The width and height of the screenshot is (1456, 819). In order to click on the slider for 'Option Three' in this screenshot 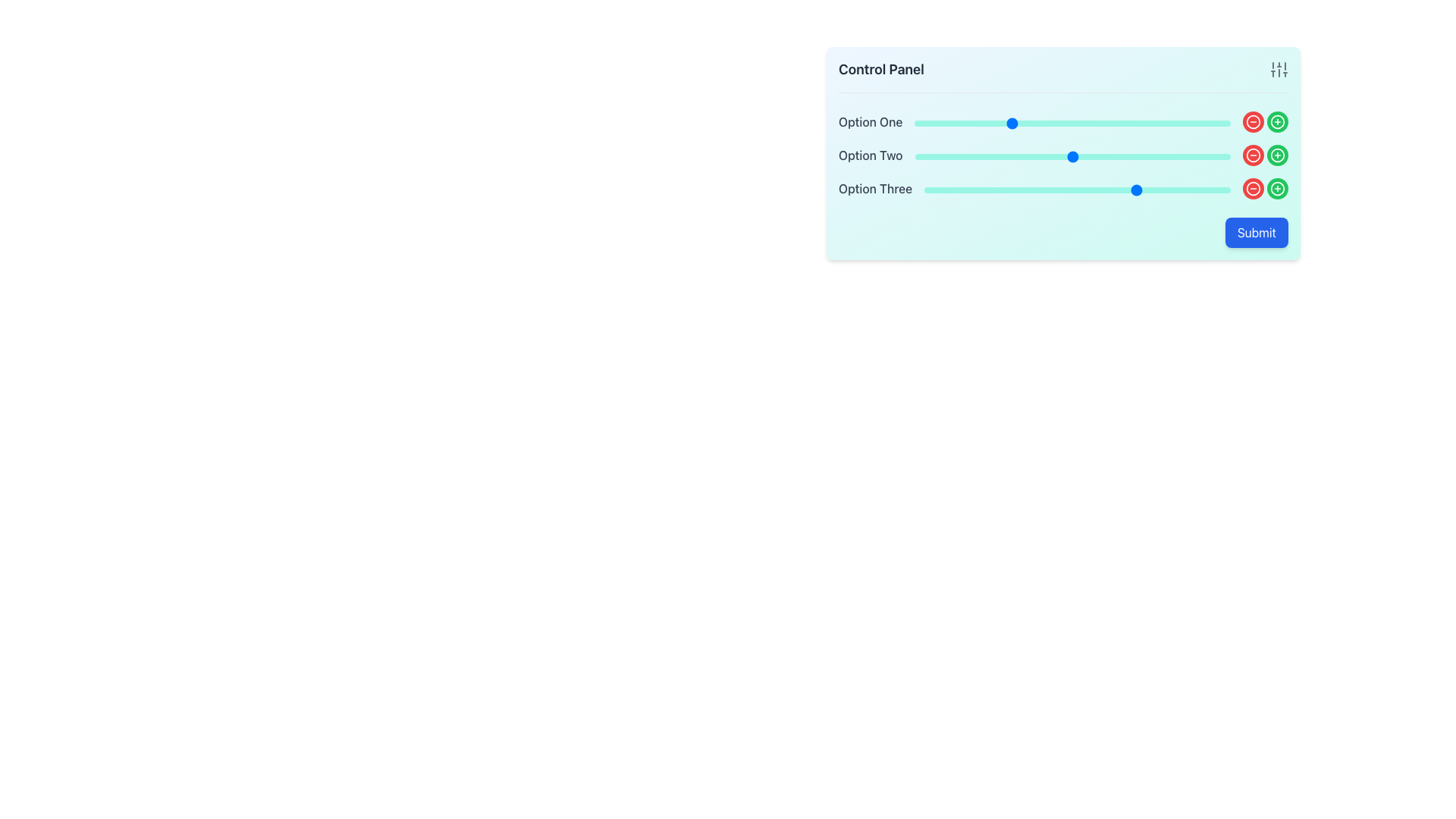, I will do `click(1208, 189)`.